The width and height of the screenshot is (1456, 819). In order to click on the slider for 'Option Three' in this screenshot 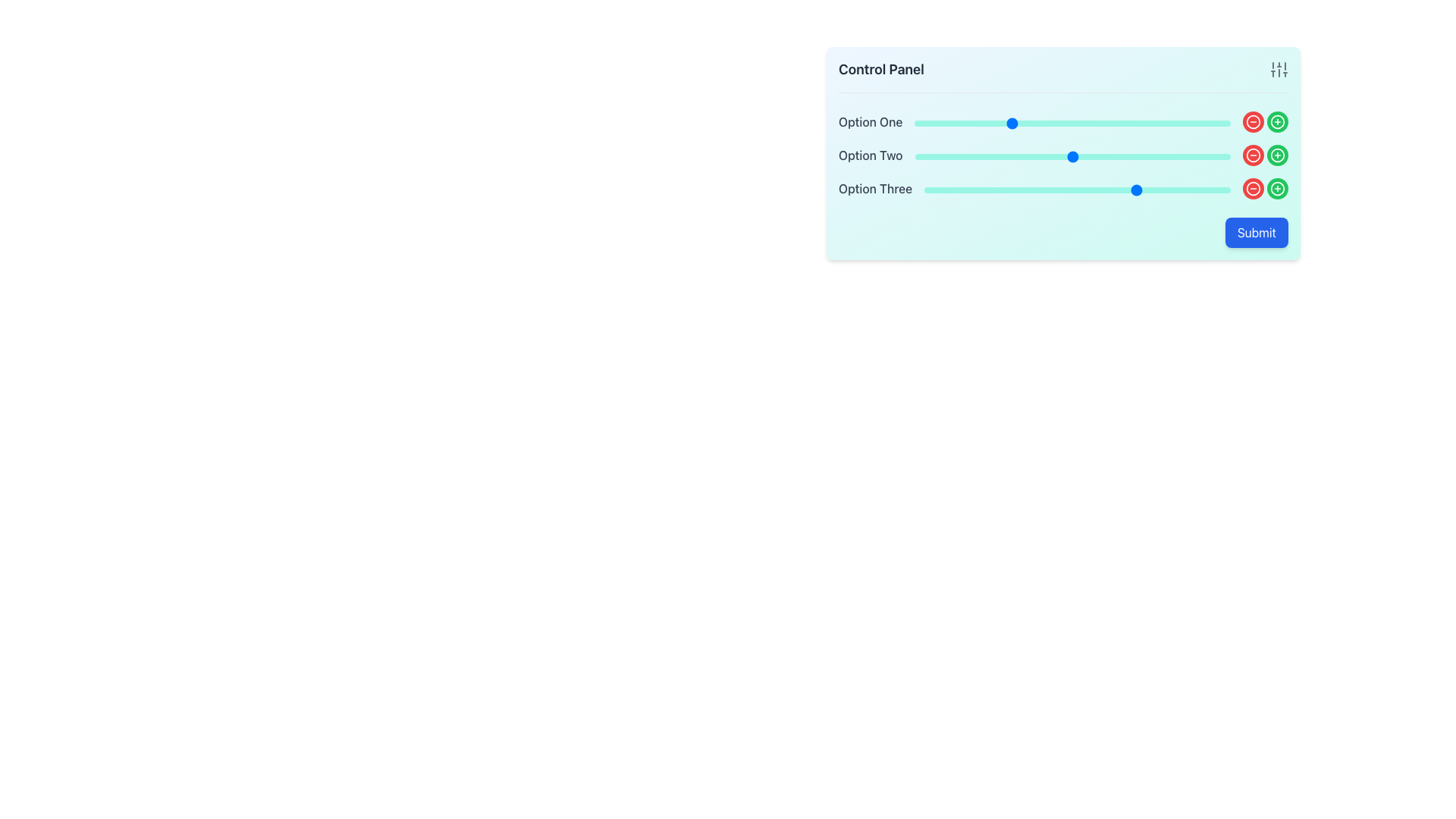, I will do `click(1208, 189)`.